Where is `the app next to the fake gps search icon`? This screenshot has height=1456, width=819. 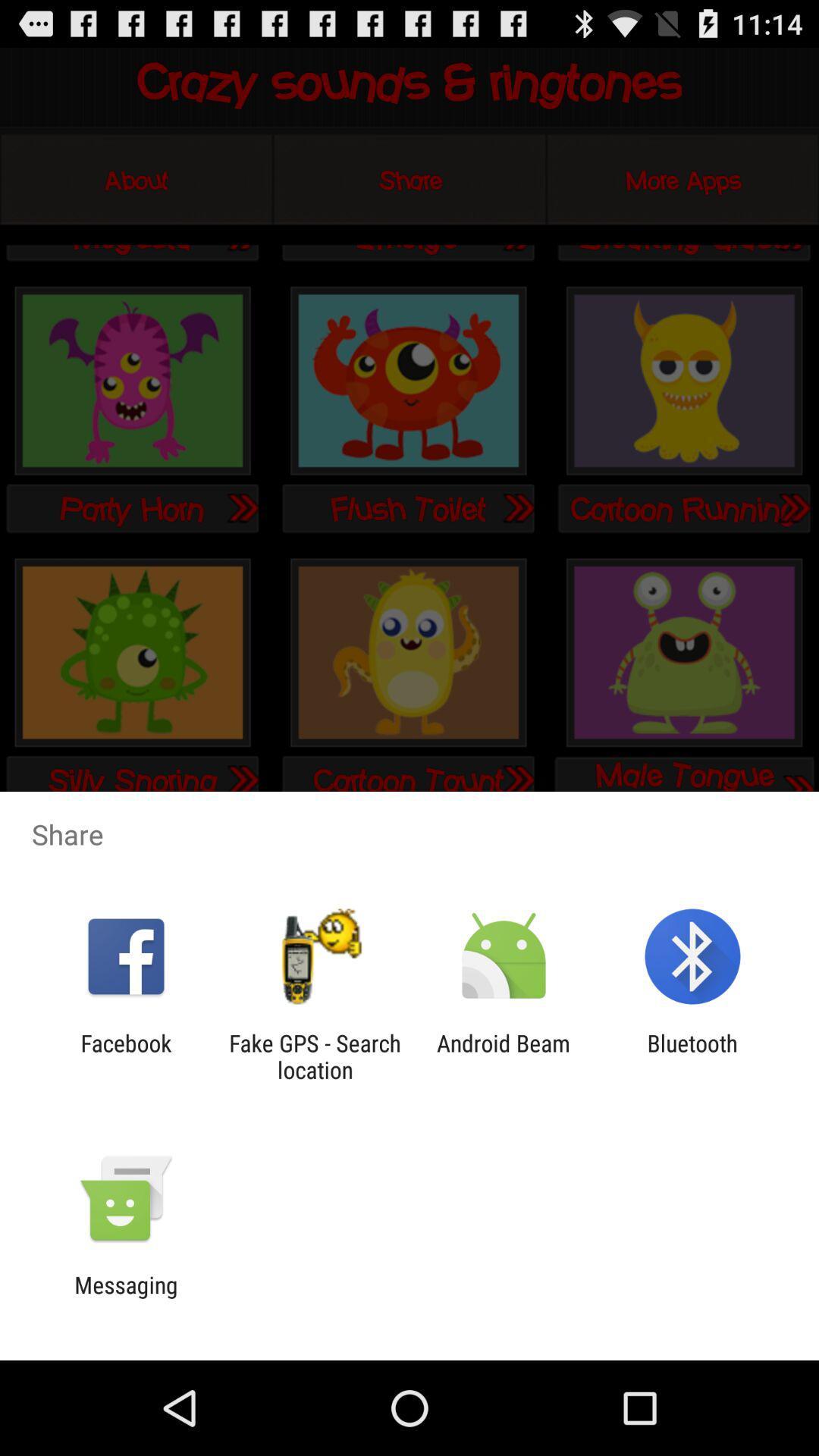 the app next to the fake gps search icon is located at coordinates (504, 1056).